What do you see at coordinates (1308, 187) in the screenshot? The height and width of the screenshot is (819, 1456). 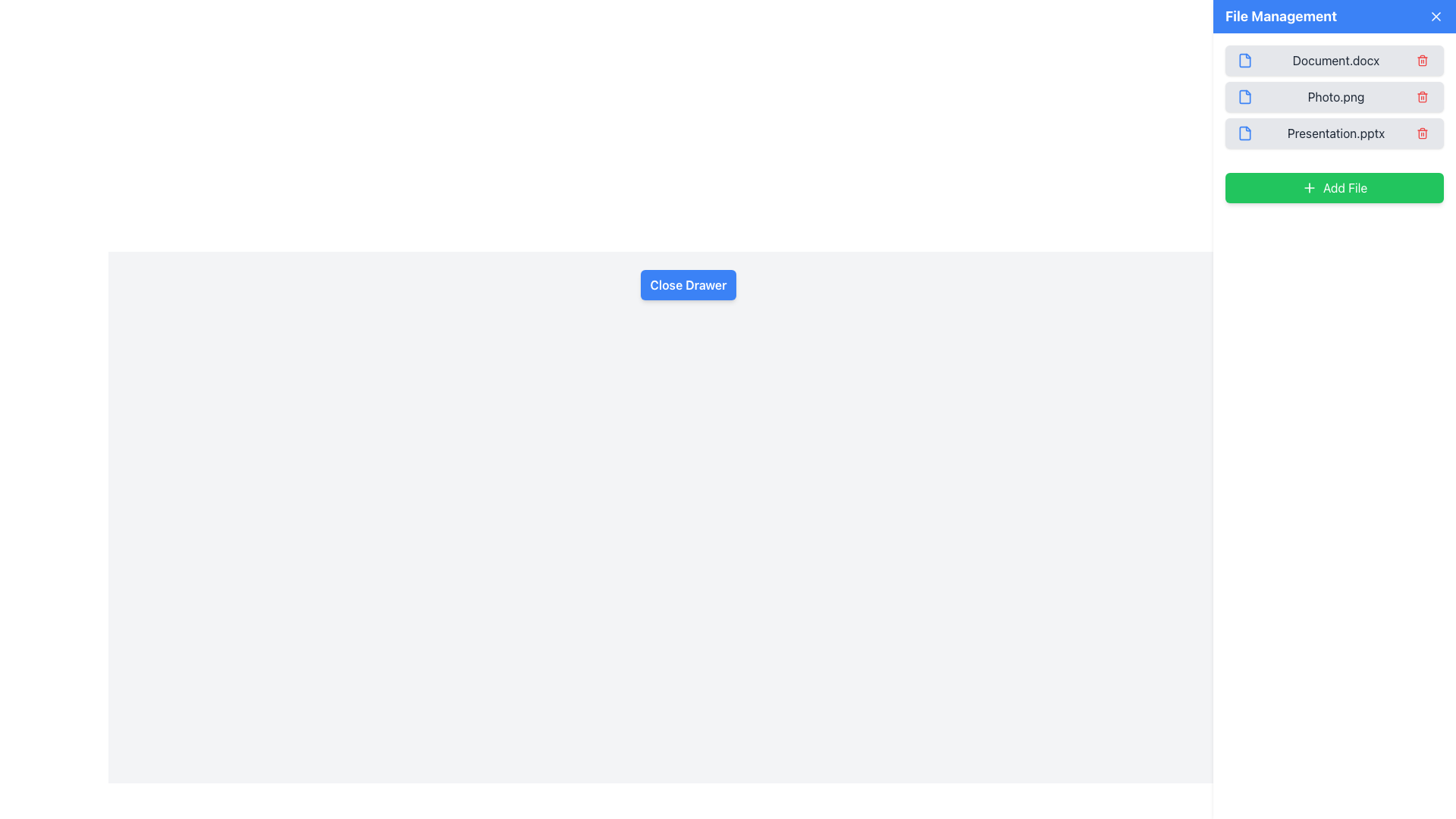 I see `the plus '+' icon within the green 'Add File' button located in the lower right corner of the interface` at bounding box center [1308, 187].